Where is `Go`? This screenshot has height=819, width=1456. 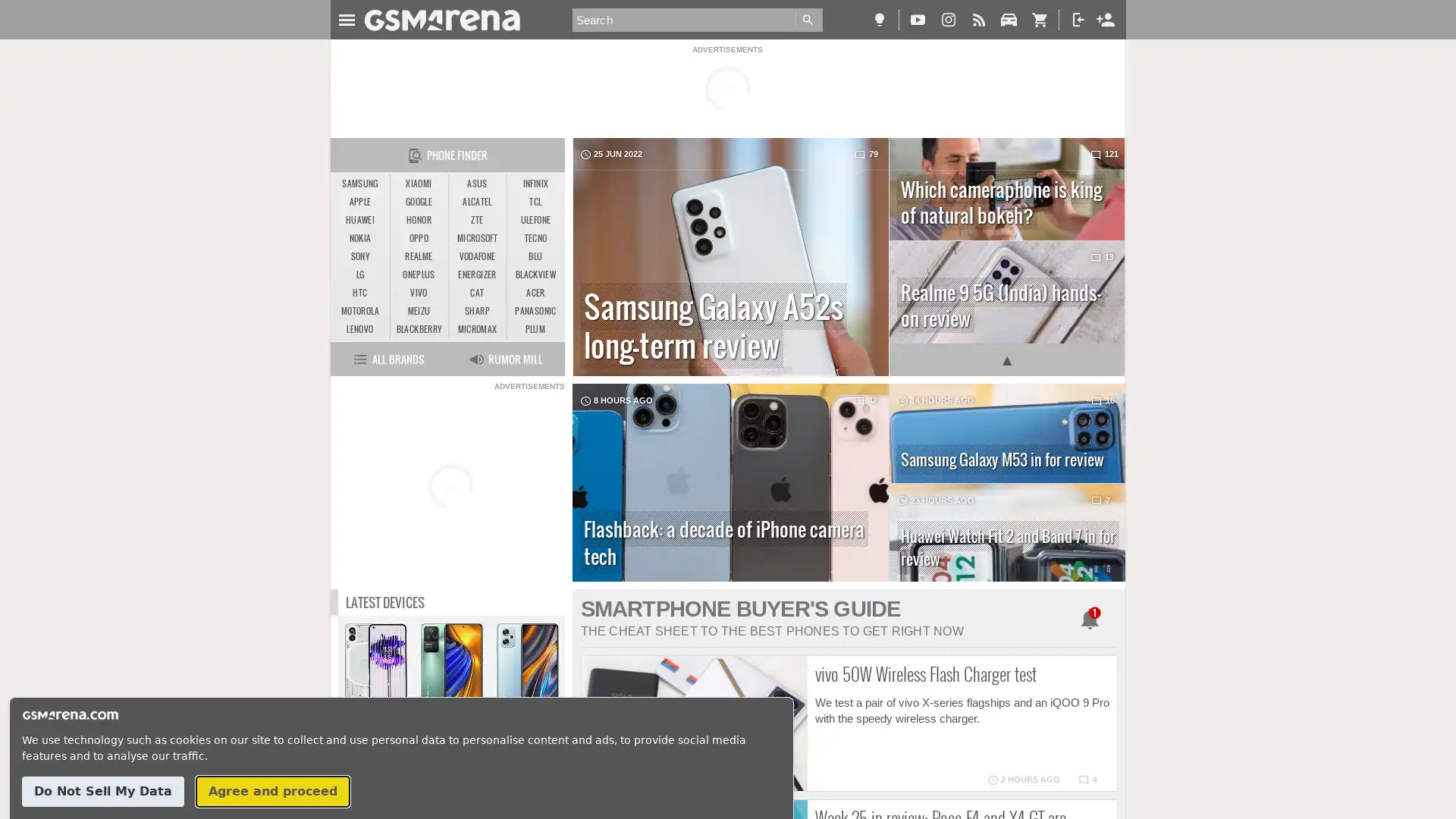 Go is located at coordinates (808, 20).